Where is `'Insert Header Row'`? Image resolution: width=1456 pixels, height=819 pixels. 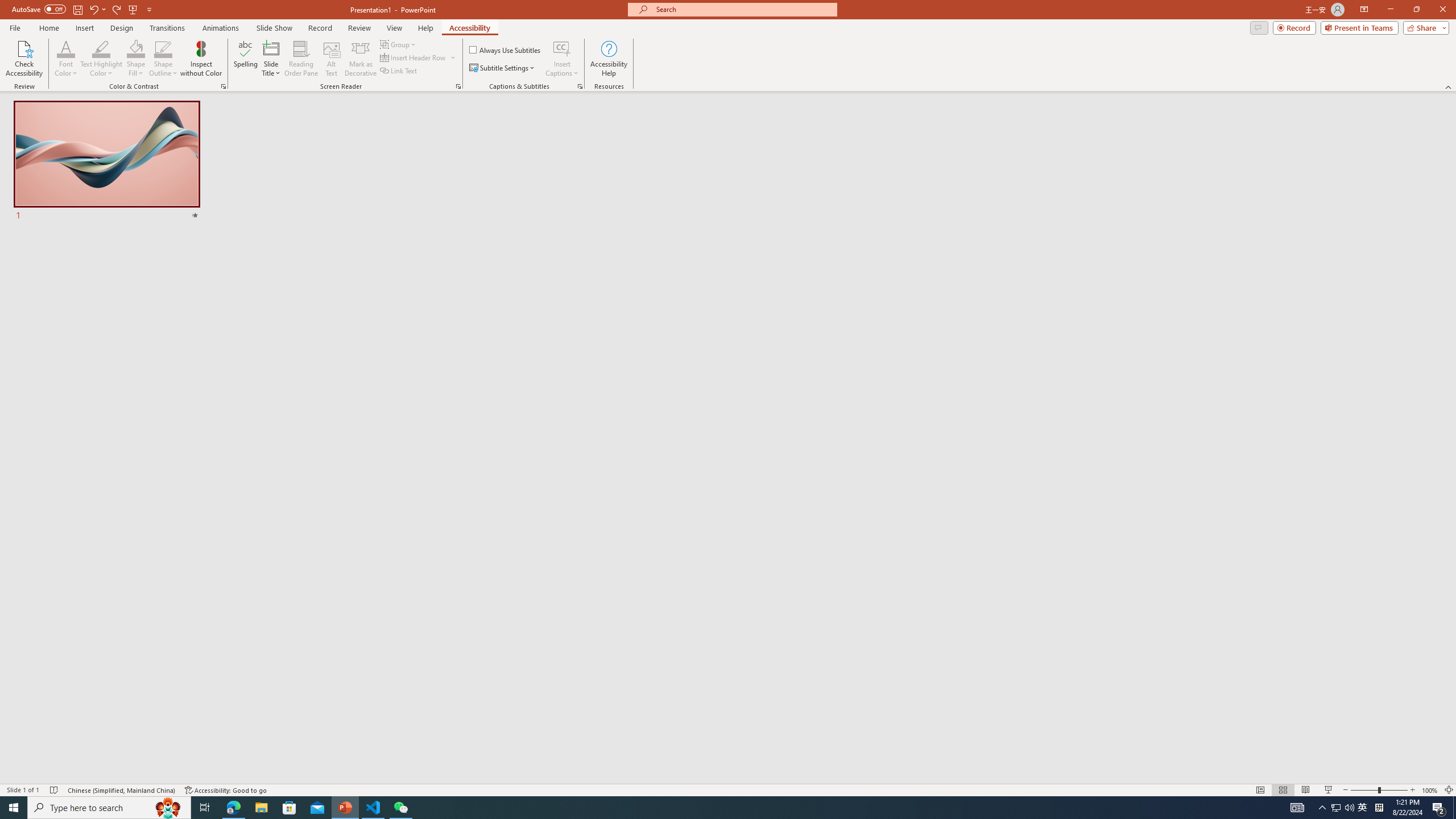 'Insert Header Row' is located at coordinates (418, 56).